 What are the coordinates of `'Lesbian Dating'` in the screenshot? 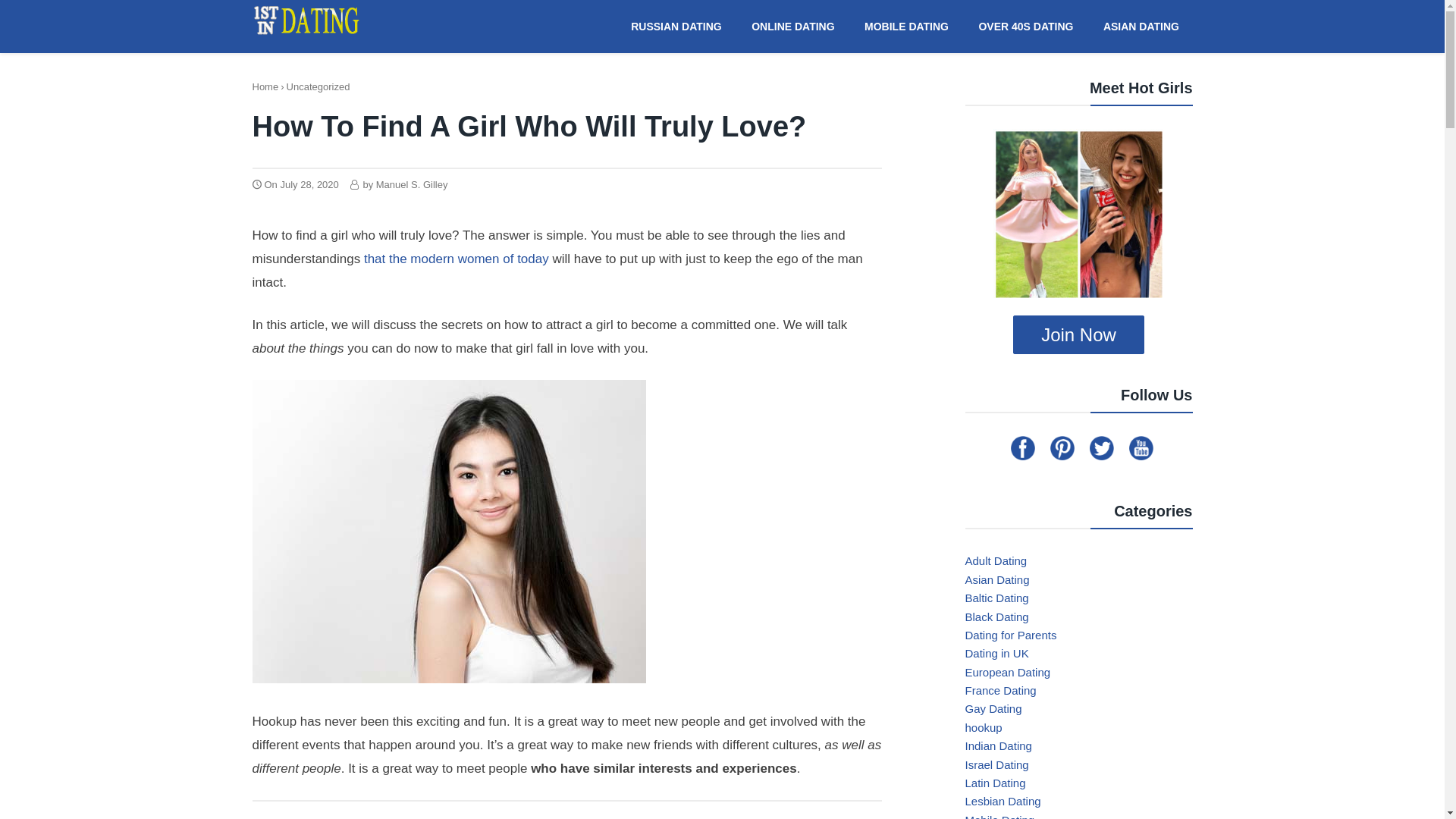 It's located at (1002, 800).